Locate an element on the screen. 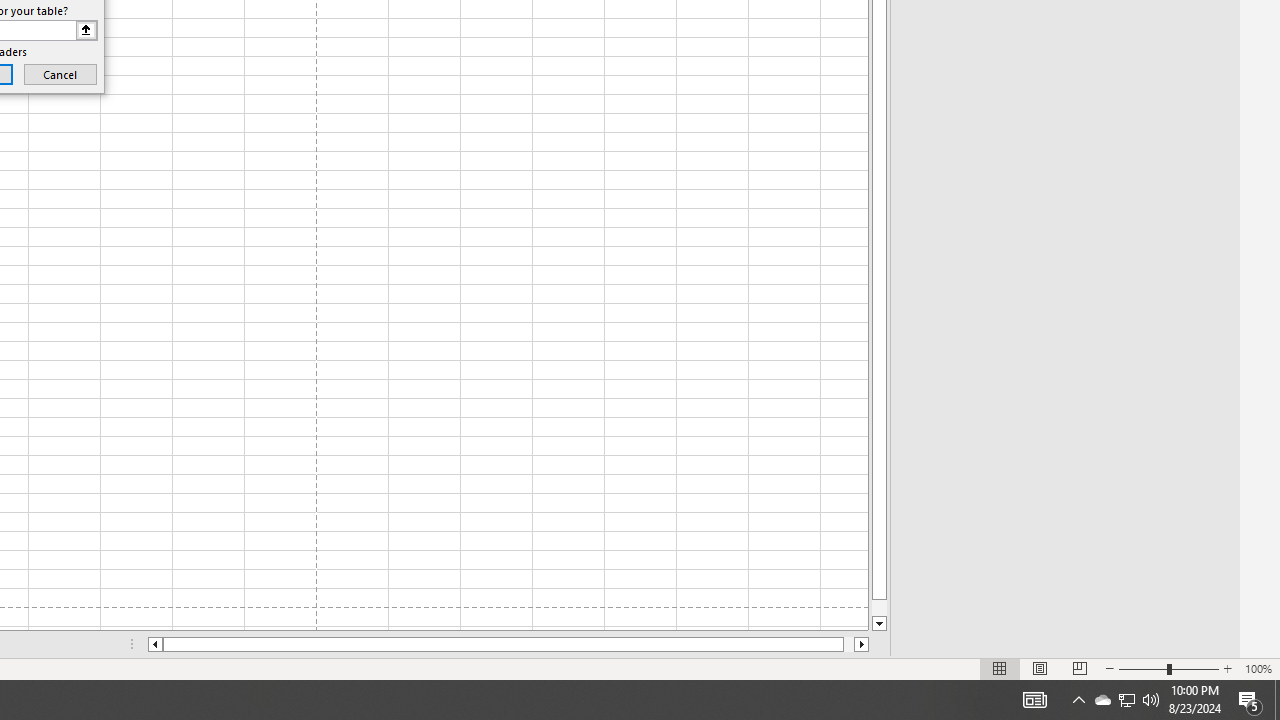  'Zoom' is located at coordinates (1168, 669).